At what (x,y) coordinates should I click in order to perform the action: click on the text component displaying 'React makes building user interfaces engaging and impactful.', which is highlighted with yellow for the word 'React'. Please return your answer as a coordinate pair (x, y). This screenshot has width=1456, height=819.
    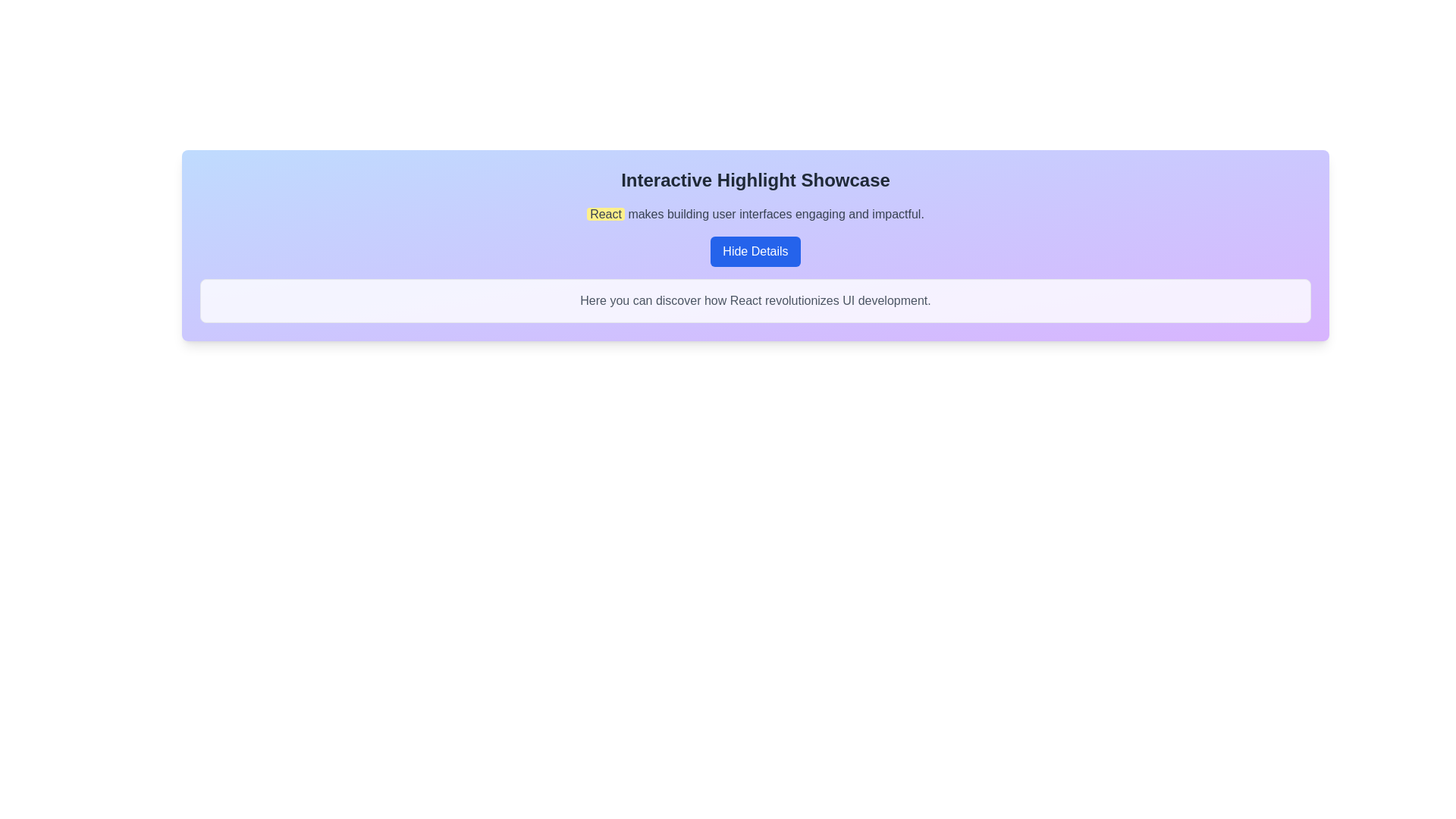
    Looking at the image, I should click on (755, 214).